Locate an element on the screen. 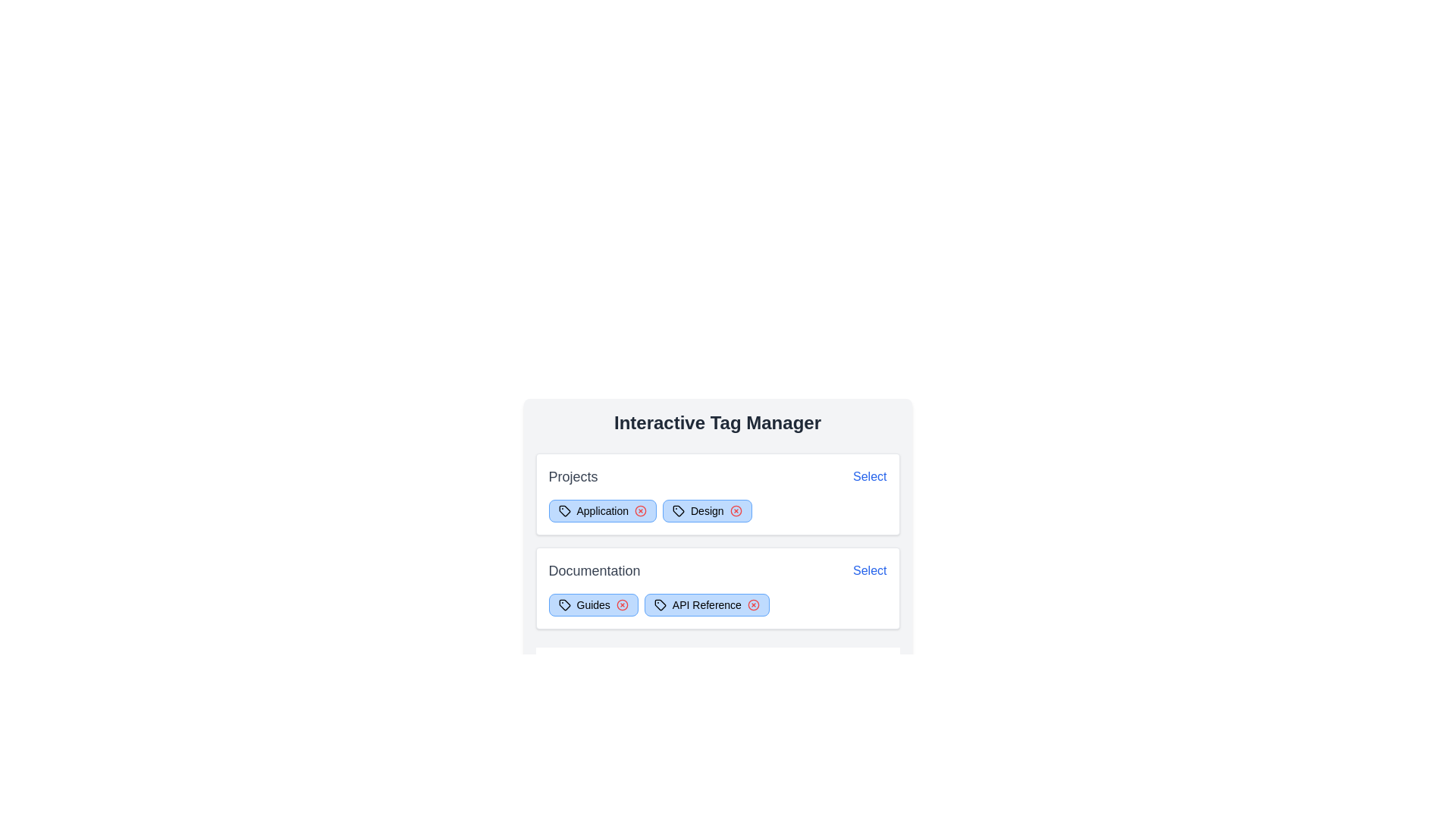 The width and height of the screenshot is (1456, 819). the 'Application' tag badge, which is the first badge in the 'Projects' section of the 'Interactive Tag Manager' interface is located at coordinates (601, 511).